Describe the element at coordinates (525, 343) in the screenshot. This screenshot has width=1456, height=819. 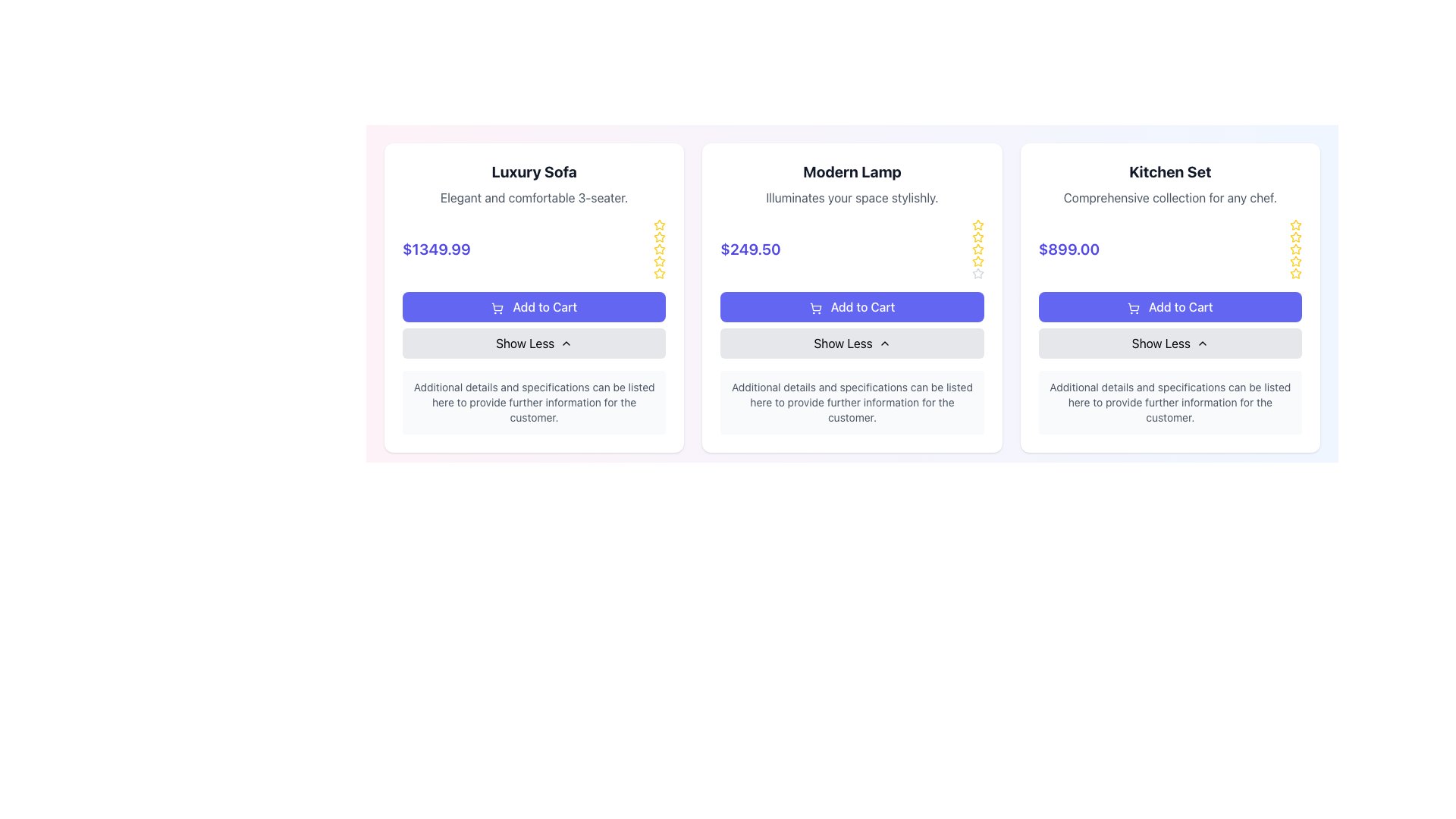
I see `the Text Label within the gray button below the 'Add to Cart' button for the 'Luxury Sofa' card` at that location.